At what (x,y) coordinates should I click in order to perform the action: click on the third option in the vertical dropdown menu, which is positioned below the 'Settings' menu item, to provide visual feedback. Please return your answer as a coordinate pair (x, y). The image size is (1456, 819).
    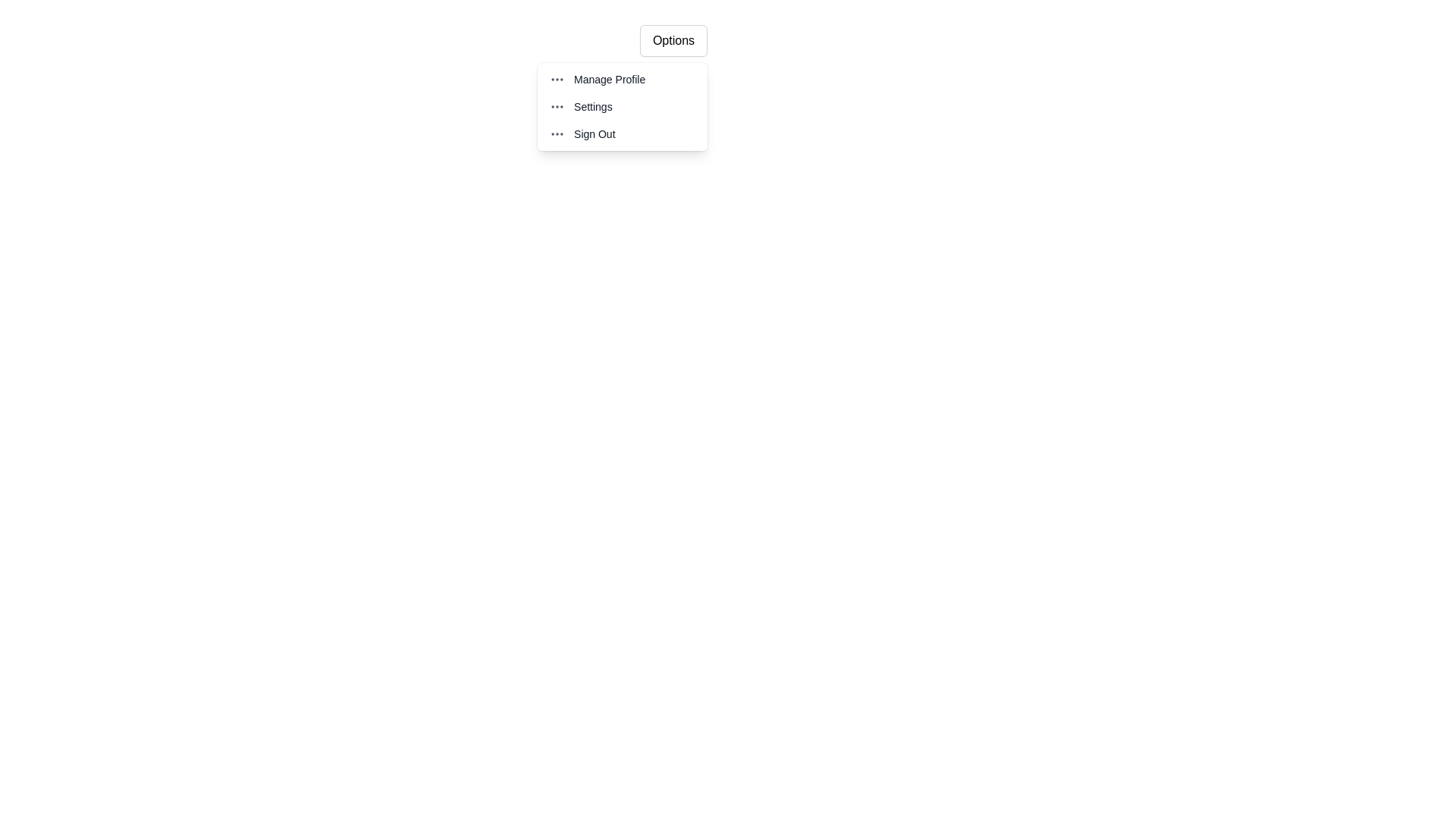
    Looking at the image, I should click on (622, 133).